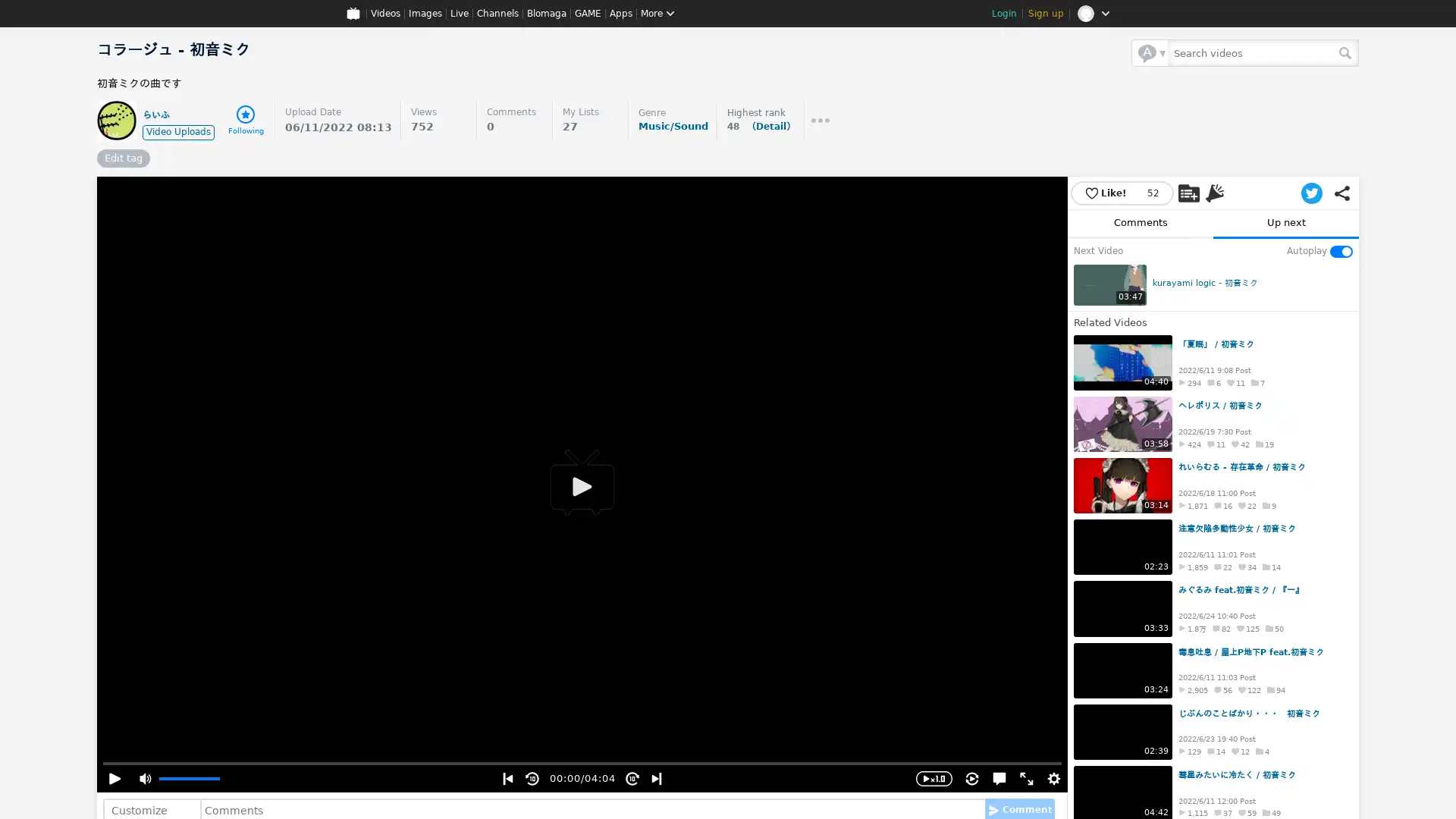  I want to click on Advertise with Niconi Ads, so click(1215, 192).